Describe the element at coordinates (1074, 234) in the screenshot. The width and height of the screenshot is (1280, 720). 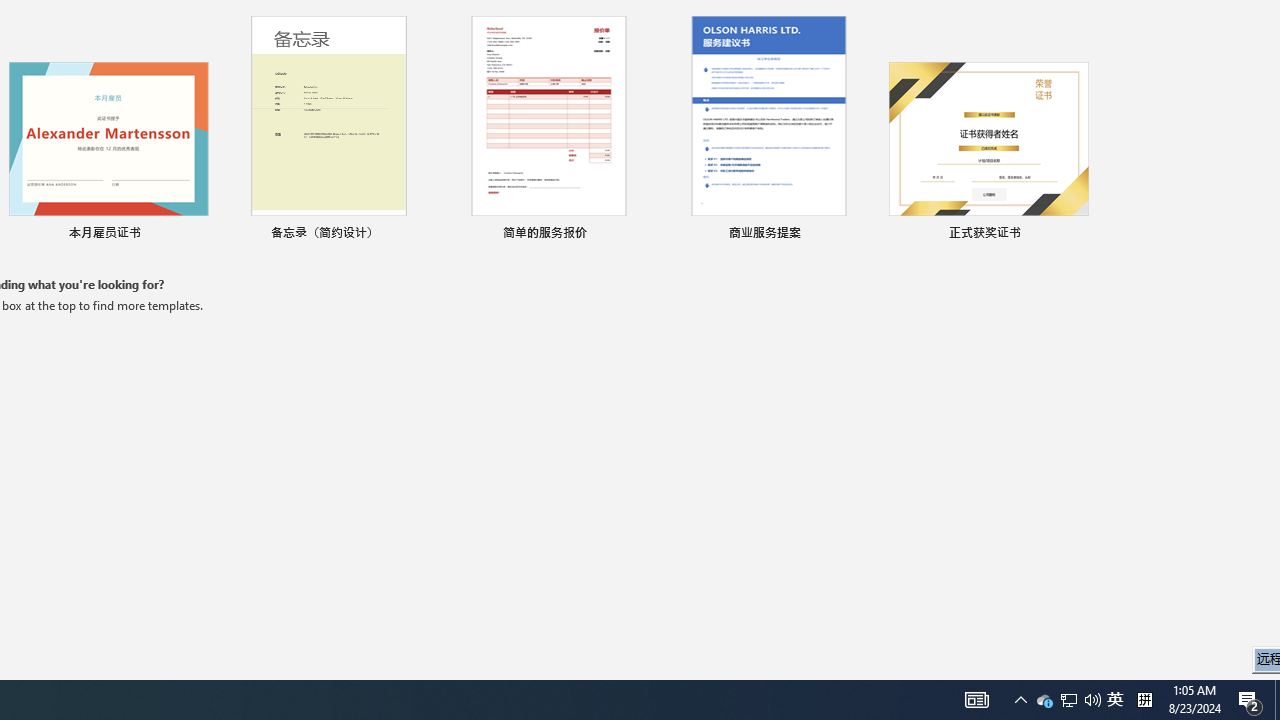
I see `'Pin to list'` at that location.